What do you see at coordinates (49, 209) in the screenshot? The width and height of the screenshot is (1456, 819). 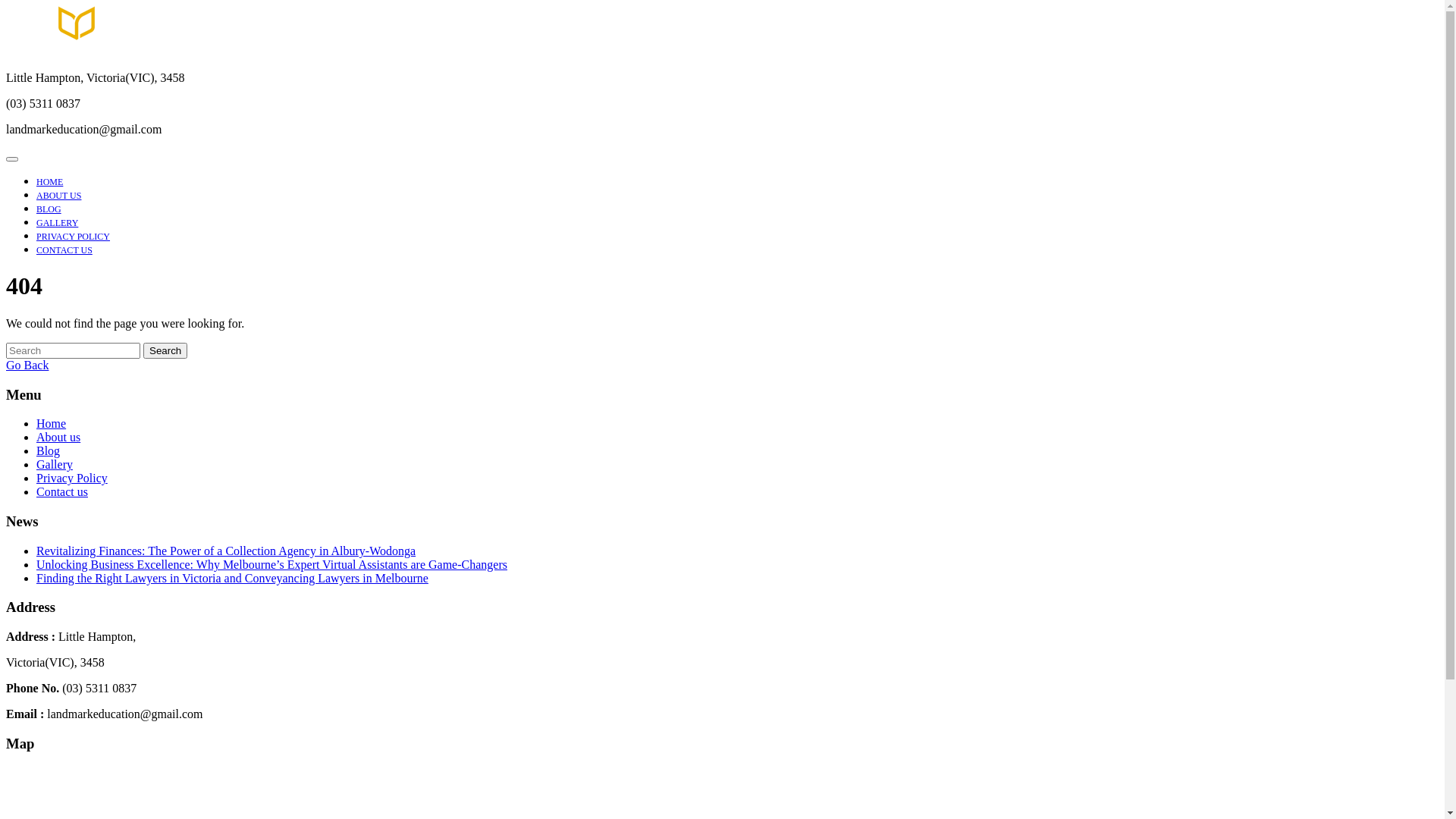 I see `'BLOG'` at bounding box center [49, 209].